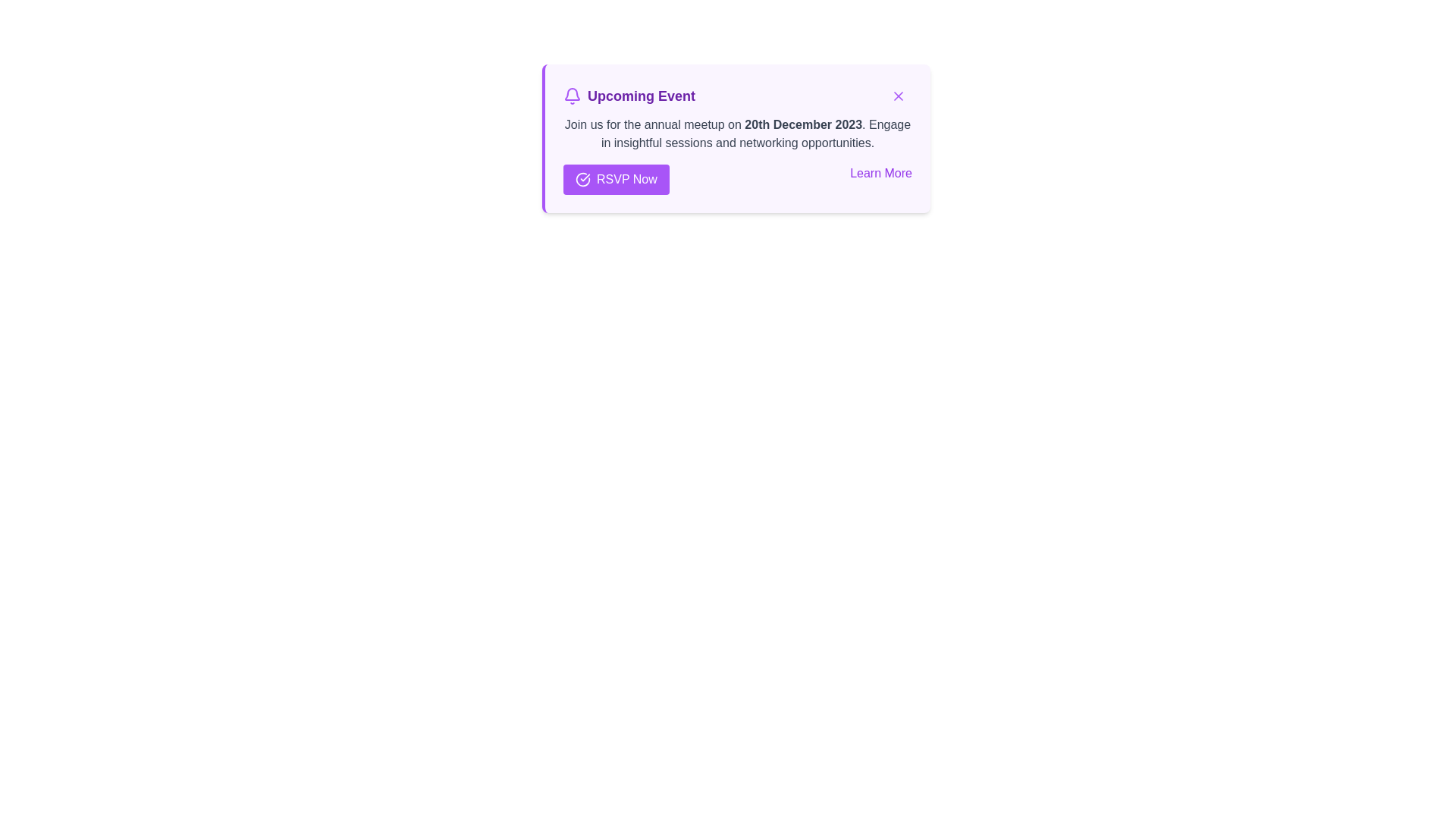 Image resolution: width=1456 pixels, height=819 pixels. What do you see at coordinates (571, 96) in the screenshot?
I see `the SVG Icon symbolizing notifications for the 'Upcoming Event' header section, positioned at the far left adjacent to the textual header elements` at bounding box center [571, 96].